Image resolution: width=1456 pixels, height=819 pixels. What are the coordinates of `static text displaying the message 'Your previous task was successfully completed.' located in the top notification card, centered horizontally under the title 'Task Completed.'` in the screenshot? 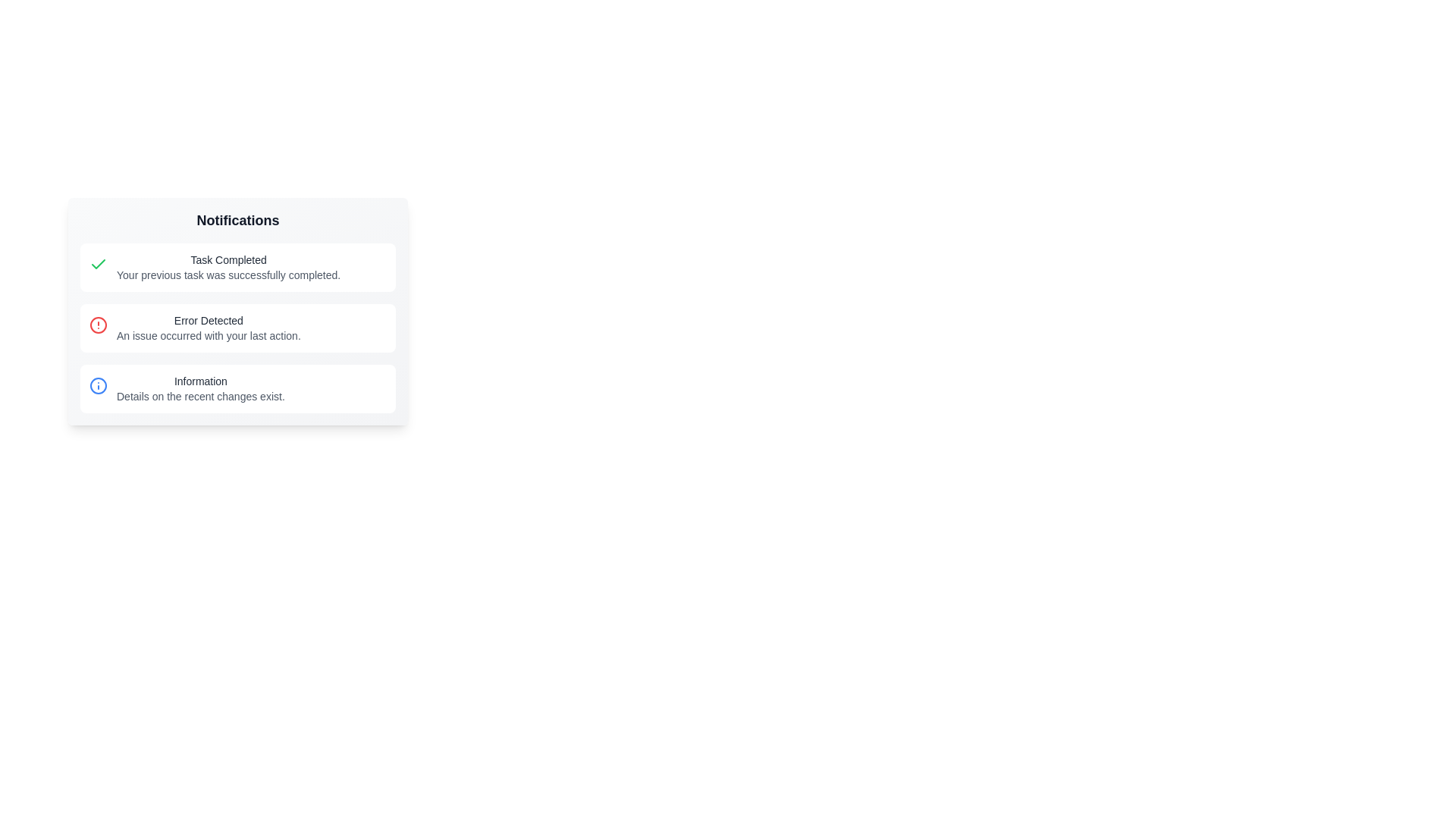 It's located at (227, 275).